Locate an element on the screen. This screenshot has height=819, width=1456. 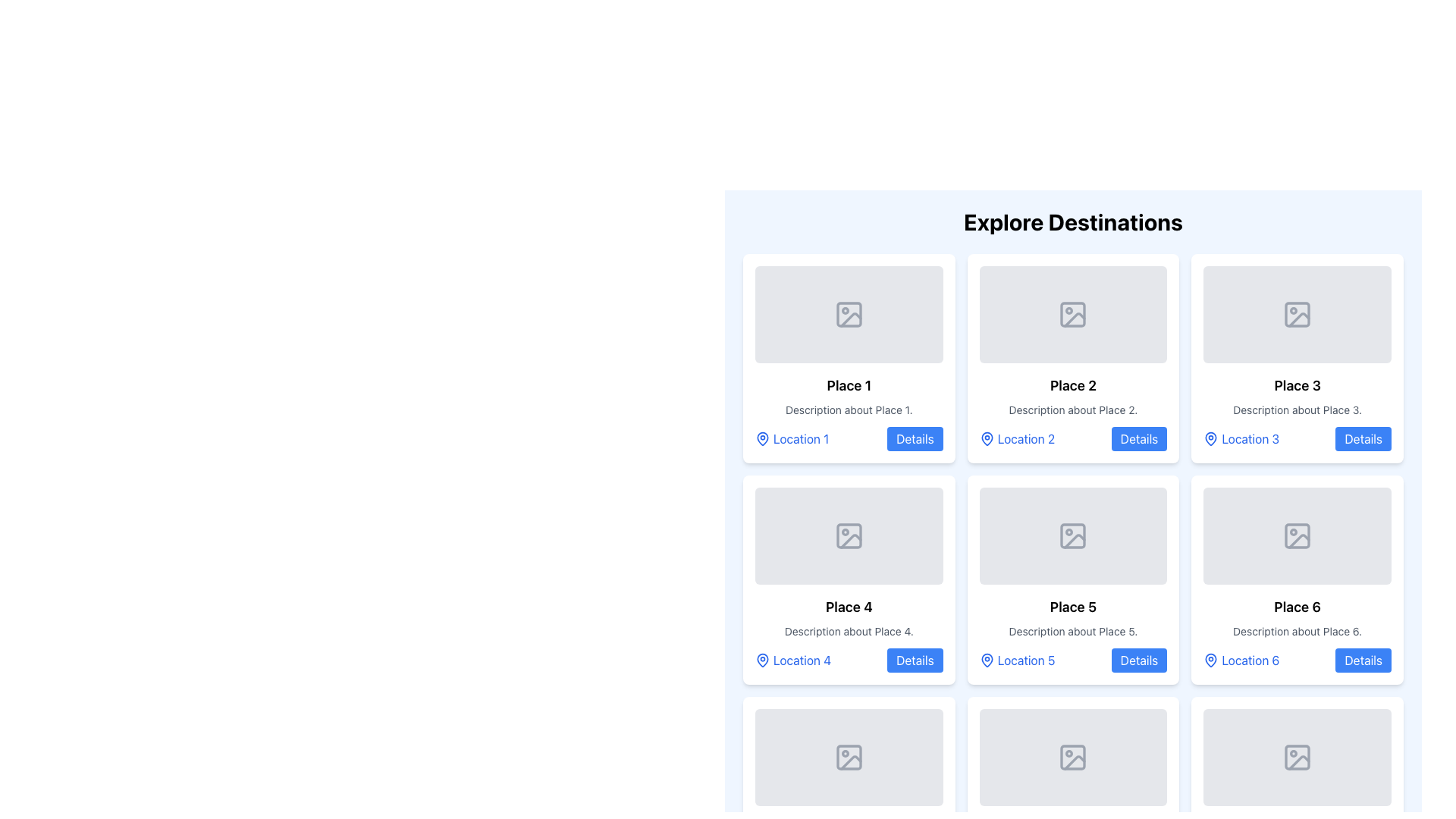
the blue text link with a map pin icon located at the bottom-left section of the second card in the grid layout is located at coordinates (1016, 438).